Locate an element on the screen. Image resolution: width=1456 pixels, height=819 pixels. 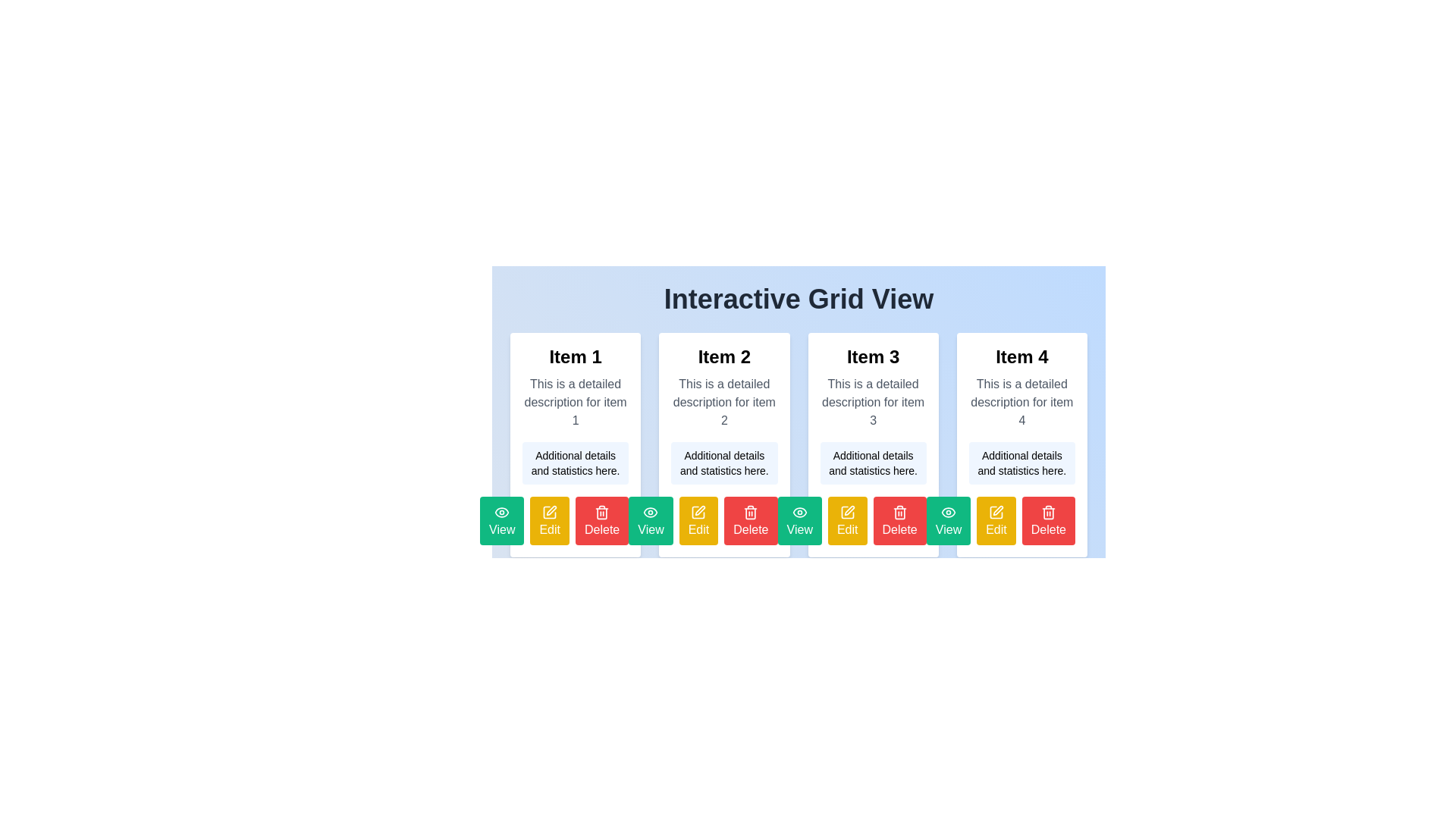
the edit icon located within the yellow 'Edit' button beneath 'Item 3', which indicates edit capabilities for the associated item is located at coordinates (698, 512).